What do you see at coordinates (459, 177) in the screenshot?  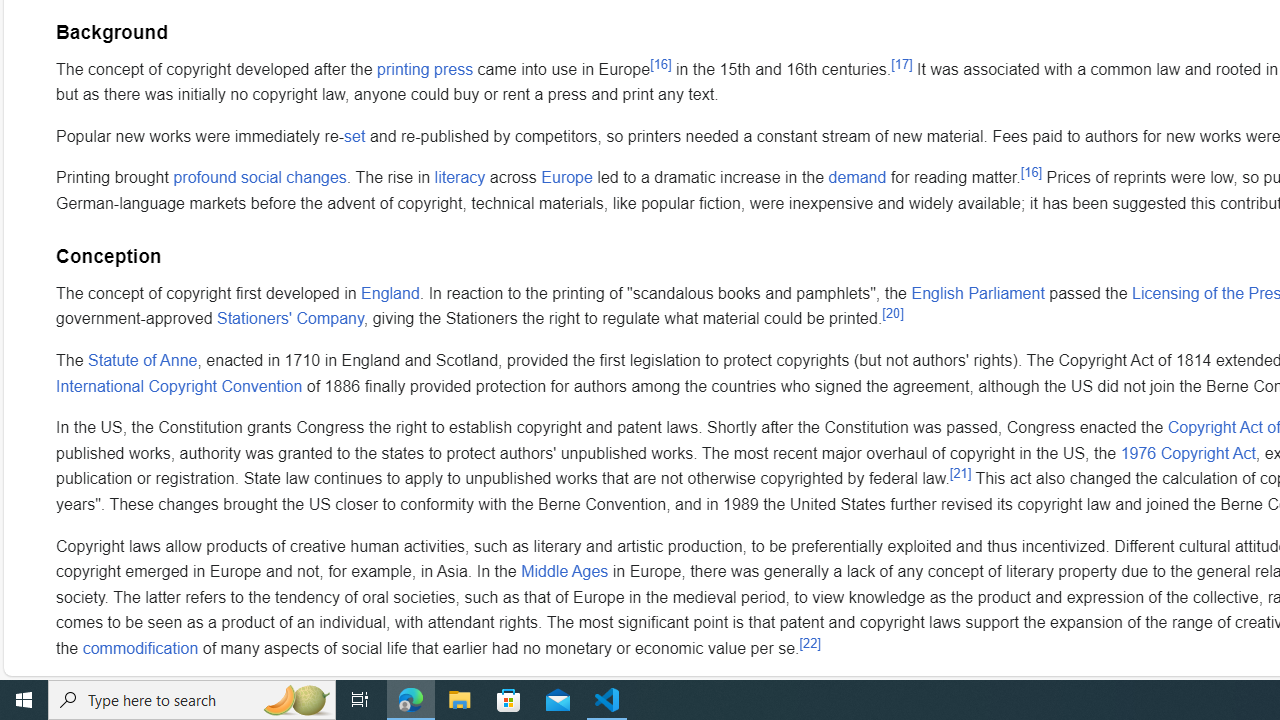 I see `'literacy'` at bounding box center [459, 177].